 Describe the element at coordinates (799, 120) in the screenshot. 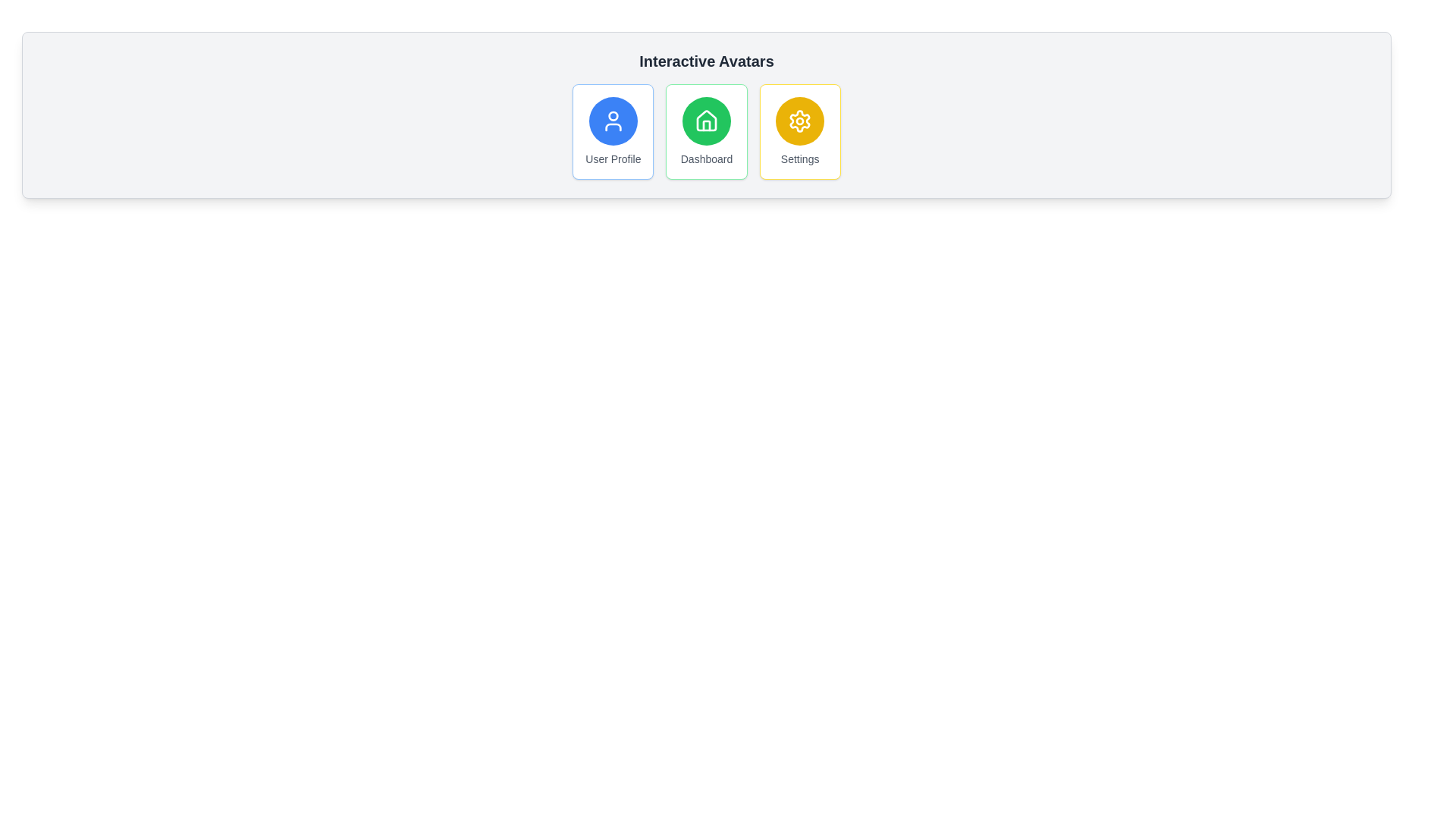

I see `the circular yellow icon with a white gear symbol, indicating settings functionality, located at the center of the third card labeled 'Settings'` at that location.